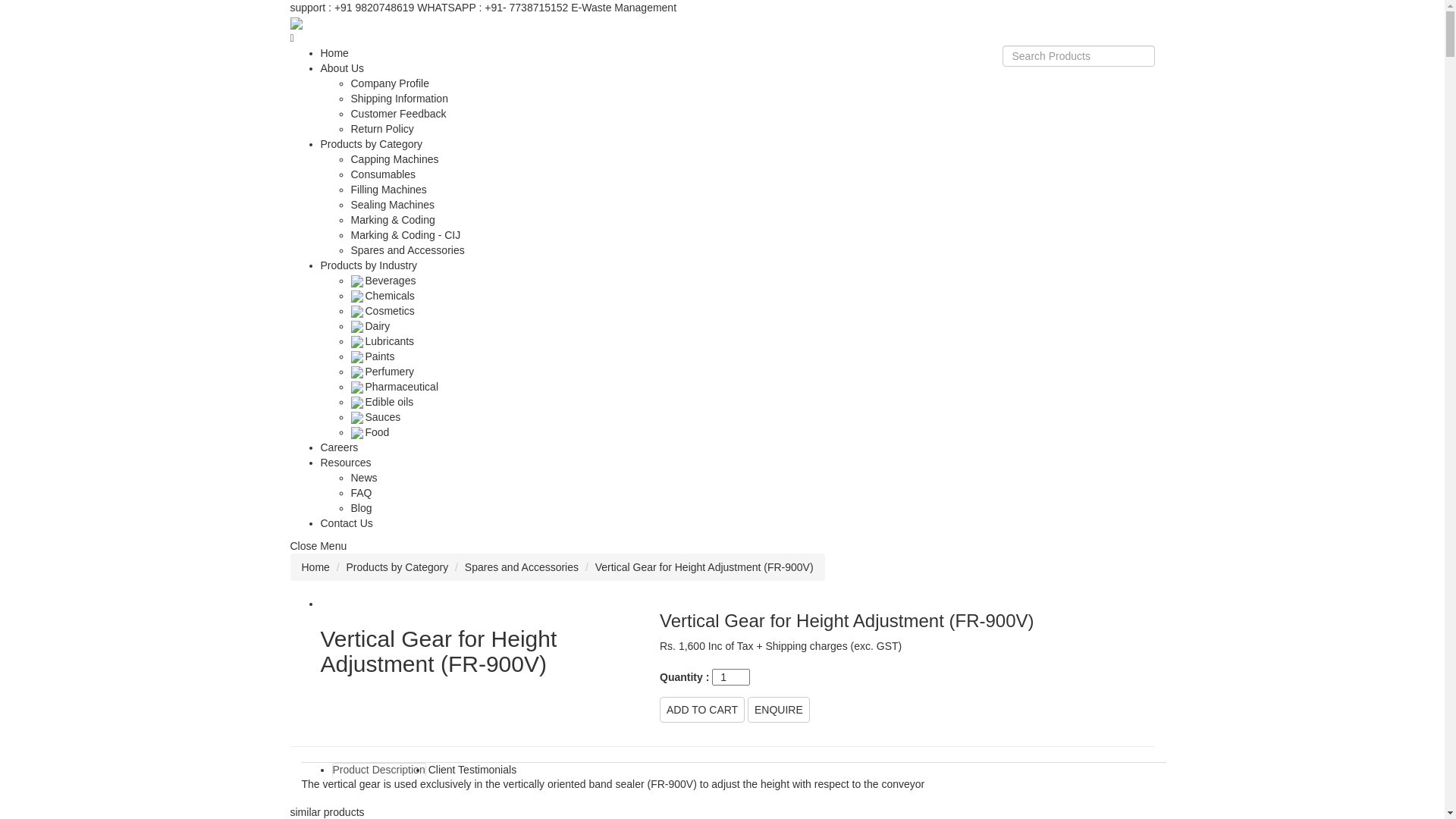 This screenshot has height=819, width=1456. What do you see at coordinates (382, 281) in the screenshot?
I see `'Beverages'` at bounding box center [382, 281].